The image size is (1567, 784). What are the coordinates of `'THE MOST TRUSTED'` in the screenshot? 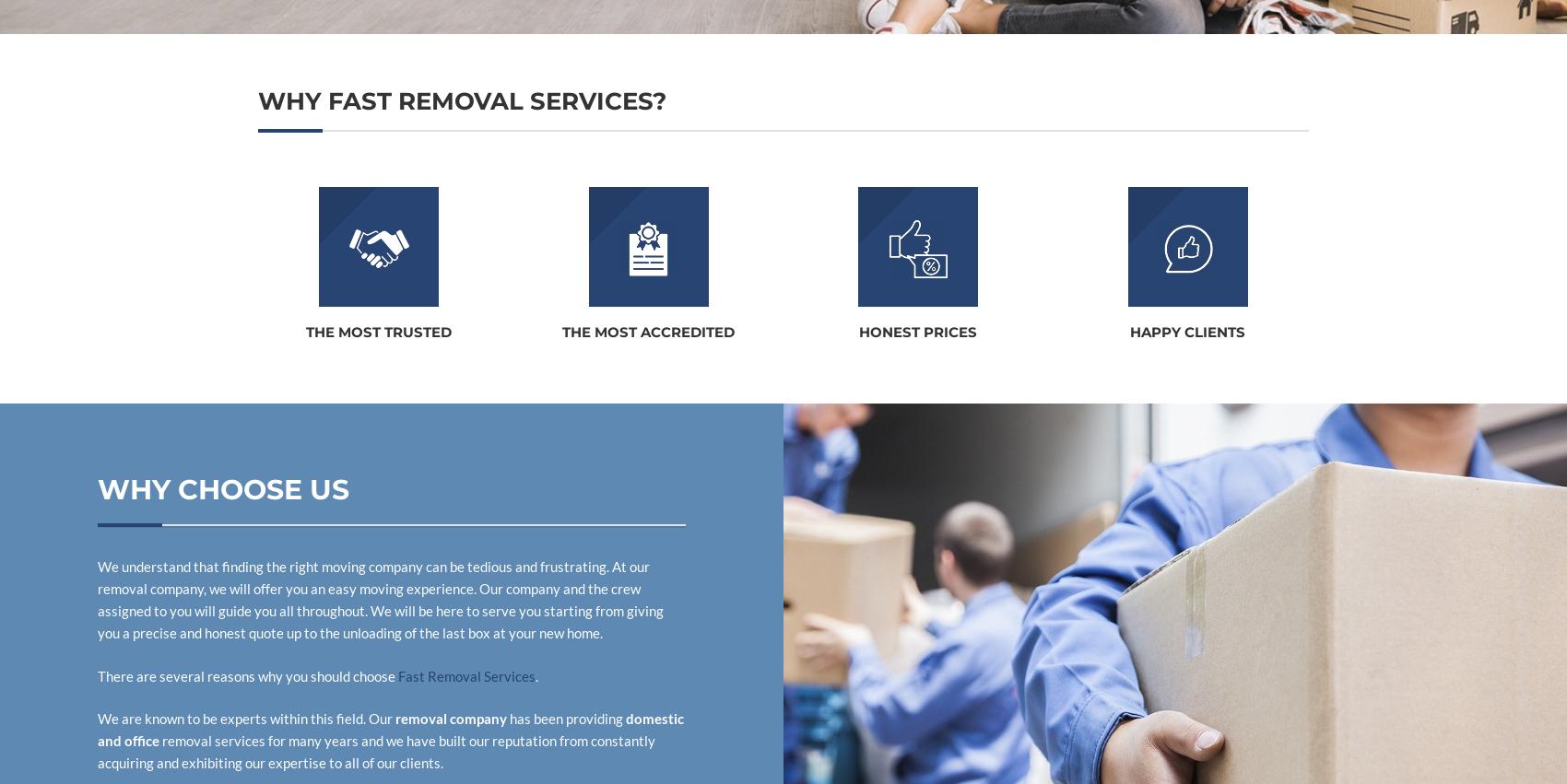 It's located at (378, 332).